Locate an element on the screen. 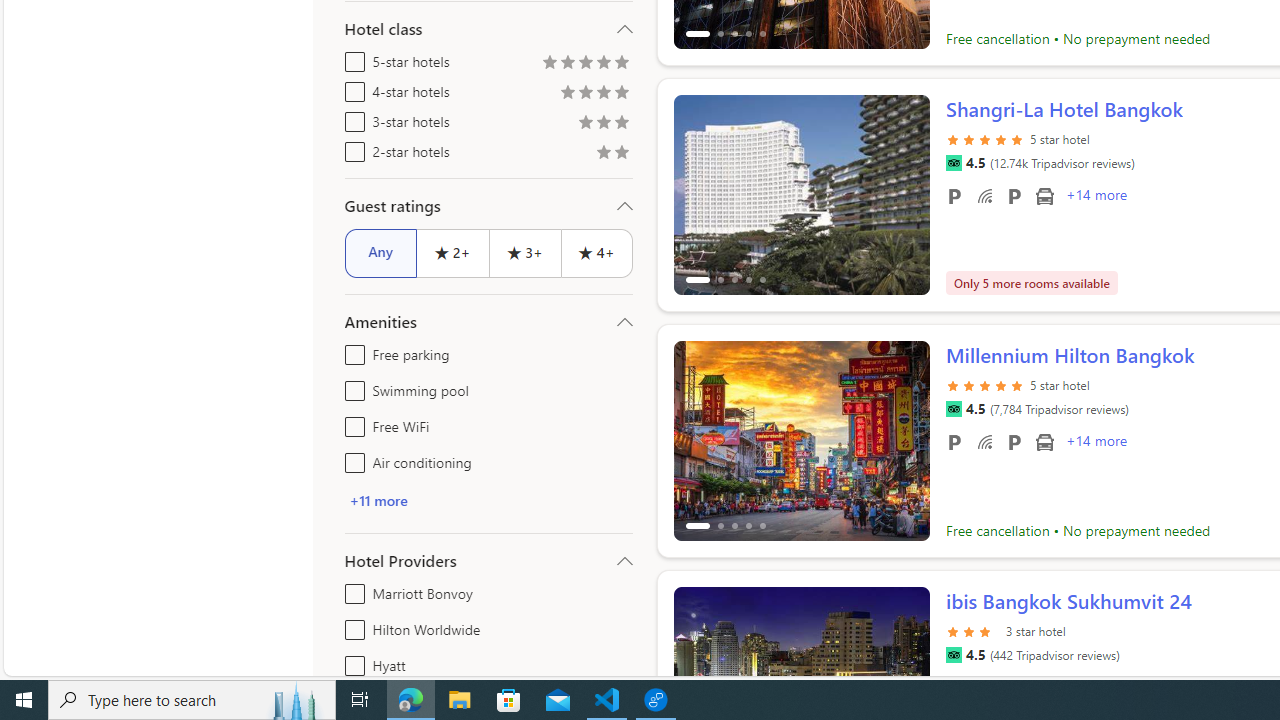 The image size is (1280, 720). '5-star hotels' is located at coordinates (351, 57).